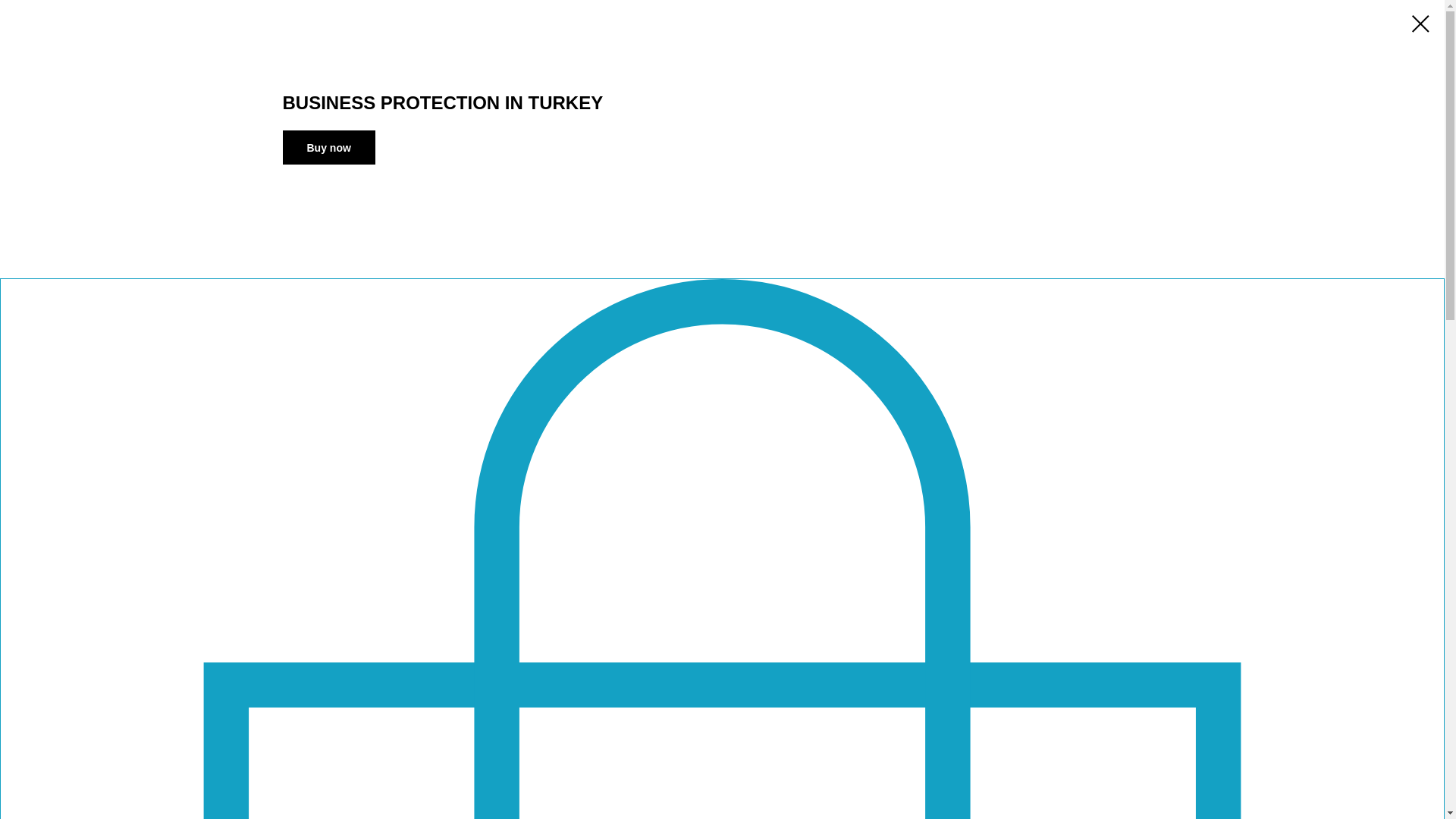 This screenshot has height=819, width=1456. I want to click on 'Buy now', so click(282, 147).